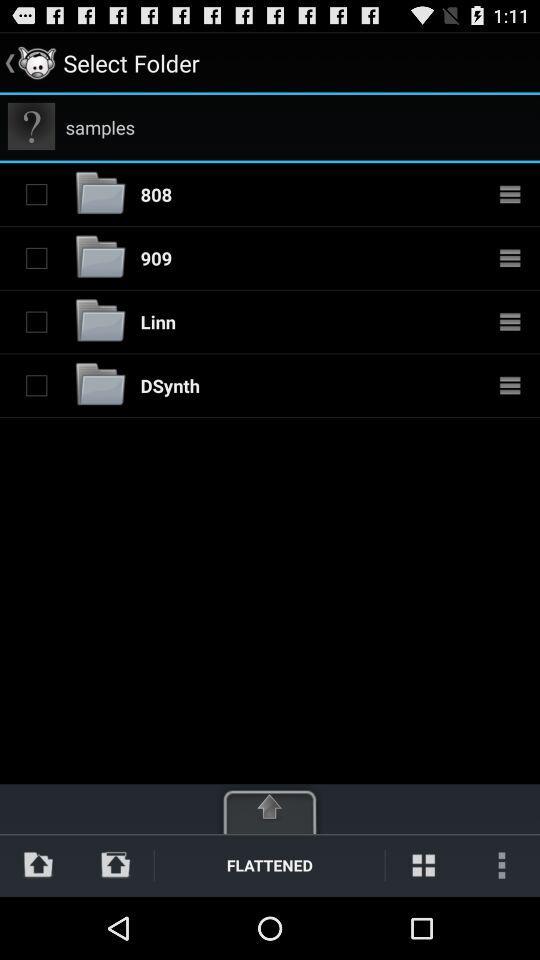 Image resolution: width=540 pixels, height=960 pixels. Describe the element at coordinates (36, 257) in the screenshot. I see `file to select` at that location.